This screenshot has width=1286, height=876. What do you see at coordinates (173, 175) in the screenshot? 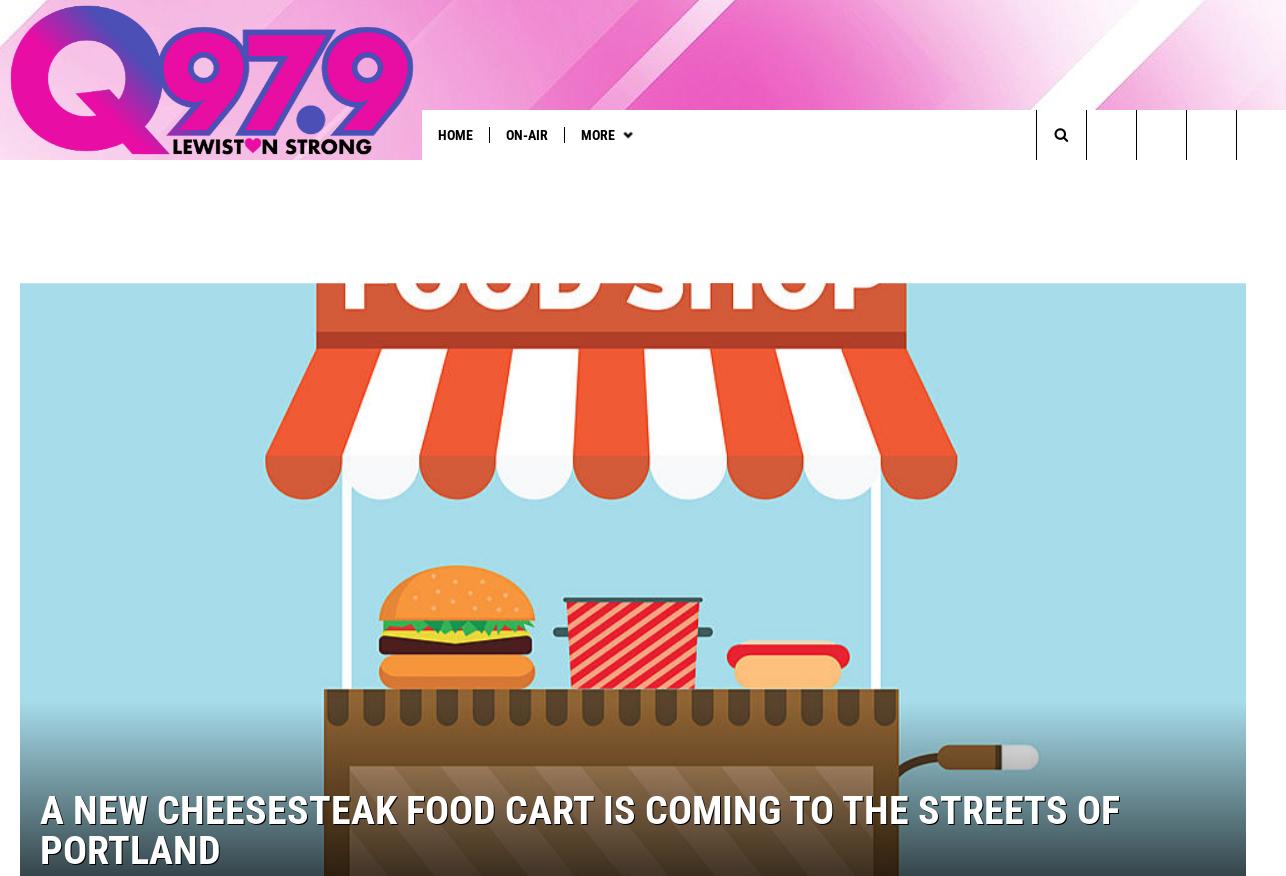
I see `'See Taylor Swift in Paris'` at bounding box center [173, 175].